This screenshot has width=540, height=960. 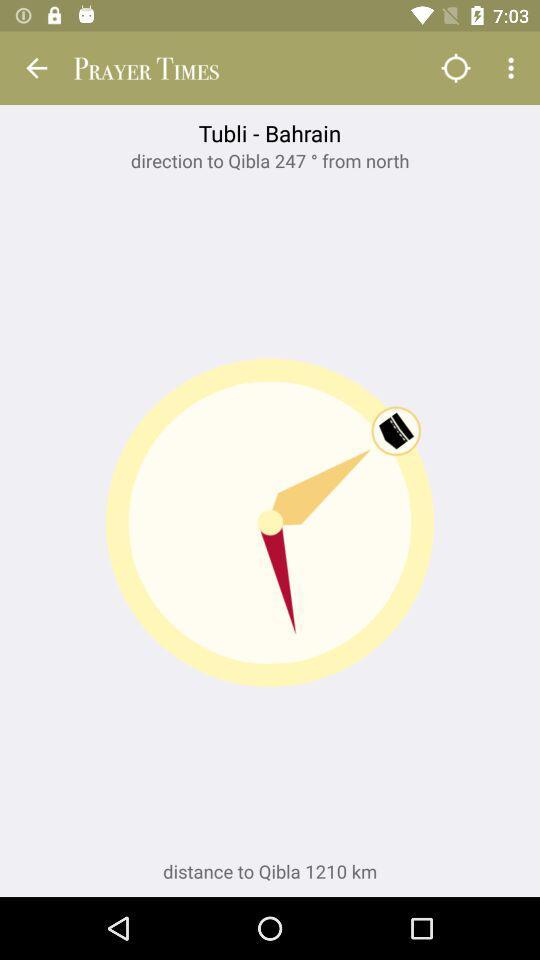 What do you see at coordinates (36, 68) in the screenshot?
I see `icon above the tubli - bahrain` at bounding box center [36, 68].